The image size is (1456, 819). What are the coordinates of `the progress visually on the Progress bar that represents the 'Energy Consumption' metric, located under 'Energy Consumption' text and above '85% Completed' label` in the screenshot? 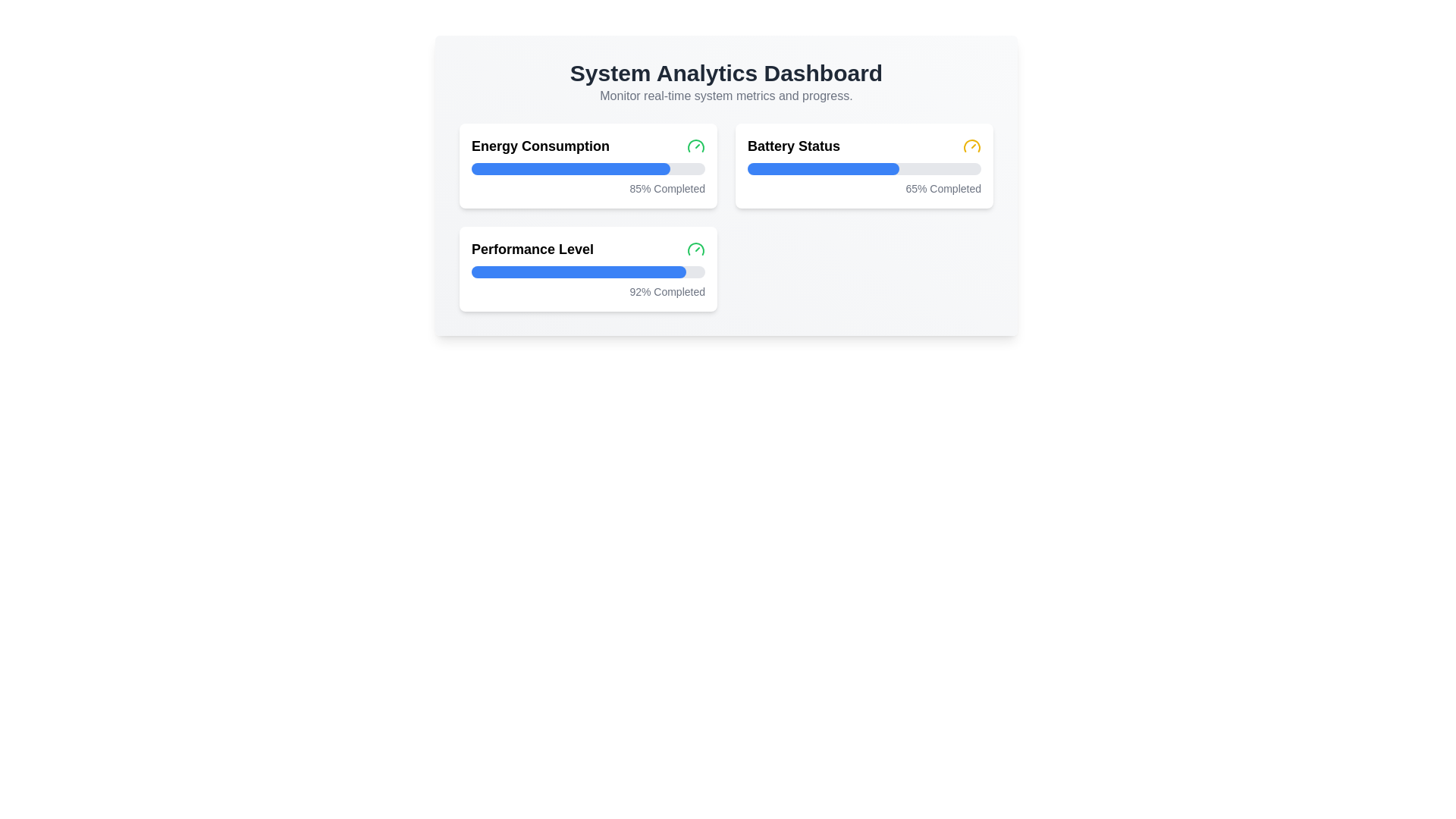 It's located at (570, 169).